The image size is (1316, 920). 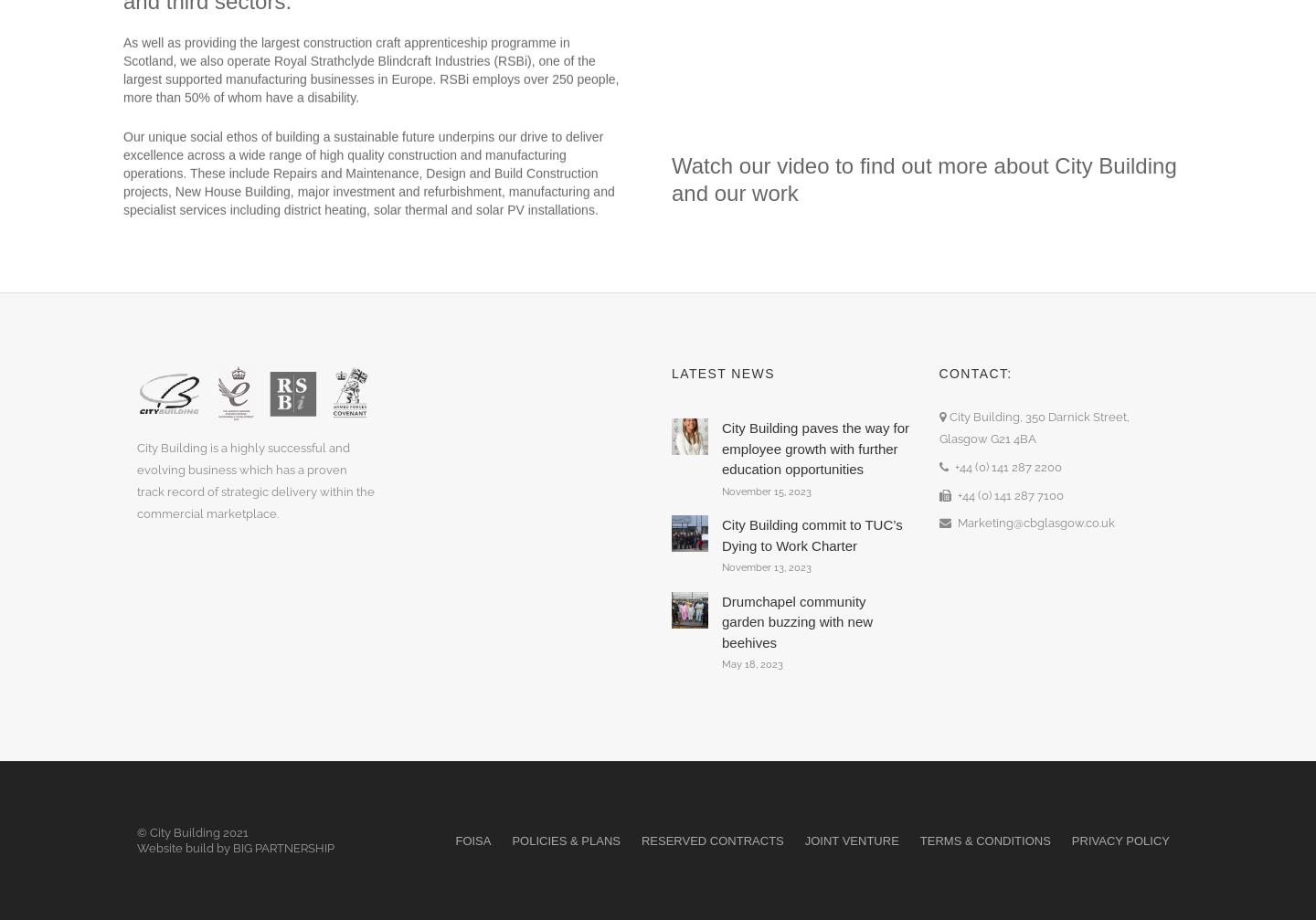 What do you see at coordinates (1120, 839) in the screenshot?
I see `'Privacy Policy'` at bounding box center [1120, 839].